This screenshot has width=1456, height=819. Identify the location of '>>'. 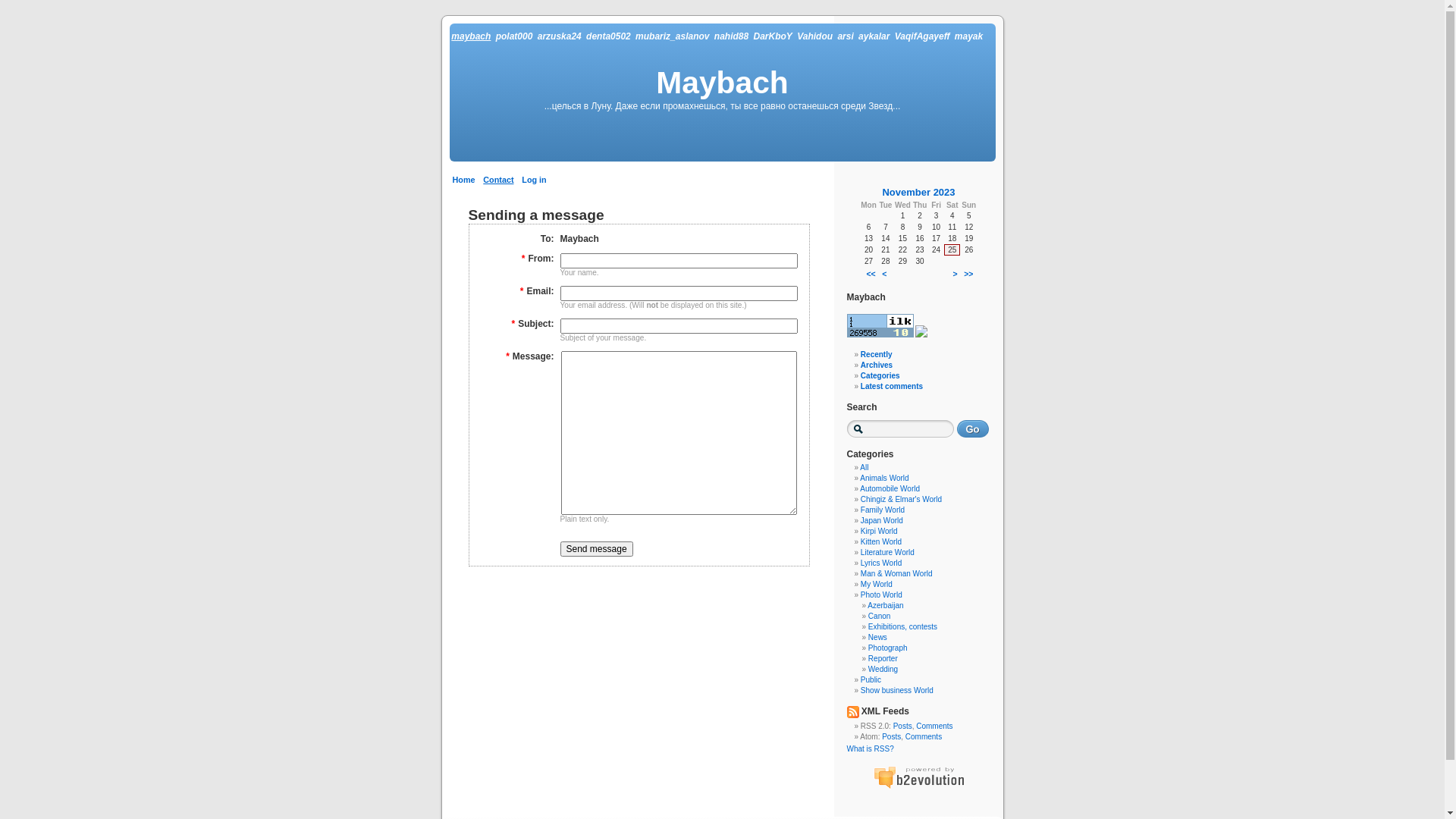
(967, 274).